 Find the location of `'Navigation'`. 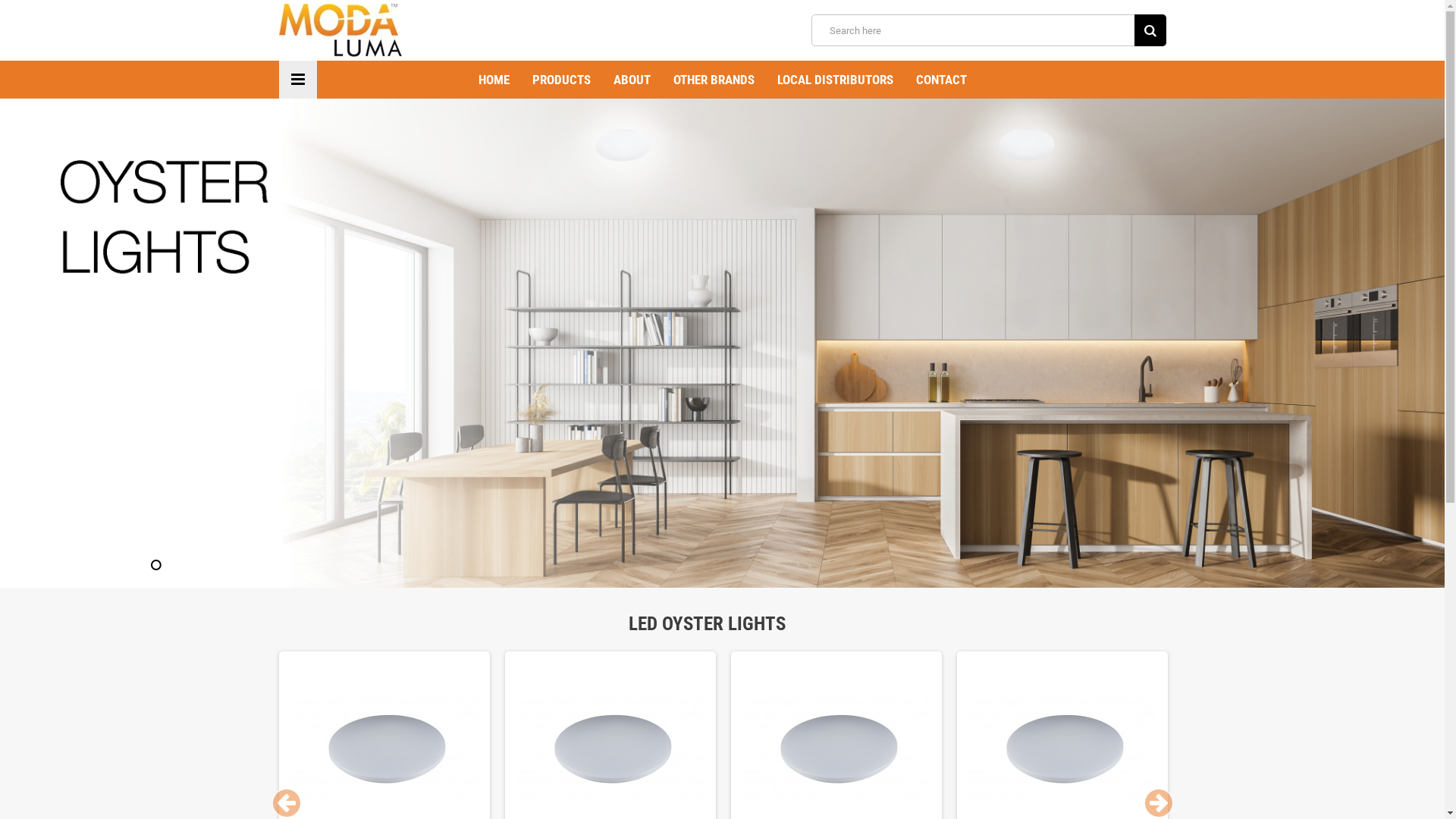

'Navigation' is located at coordinates (298, 79).